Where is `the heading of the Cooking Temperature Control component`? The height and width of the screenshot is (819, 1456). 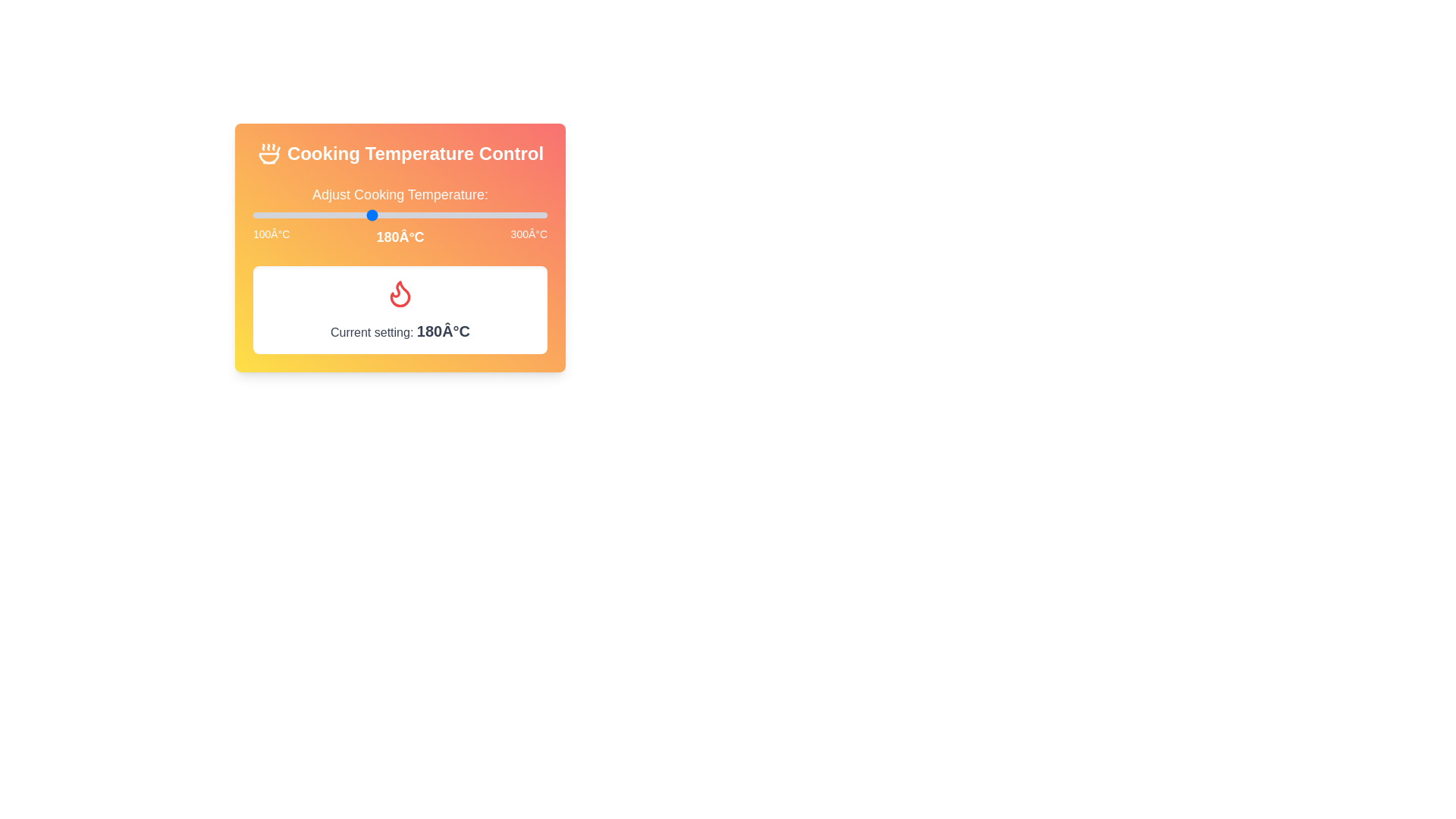 the heading of the Cooking Temperature Control component is located at coordinates (400, 154).